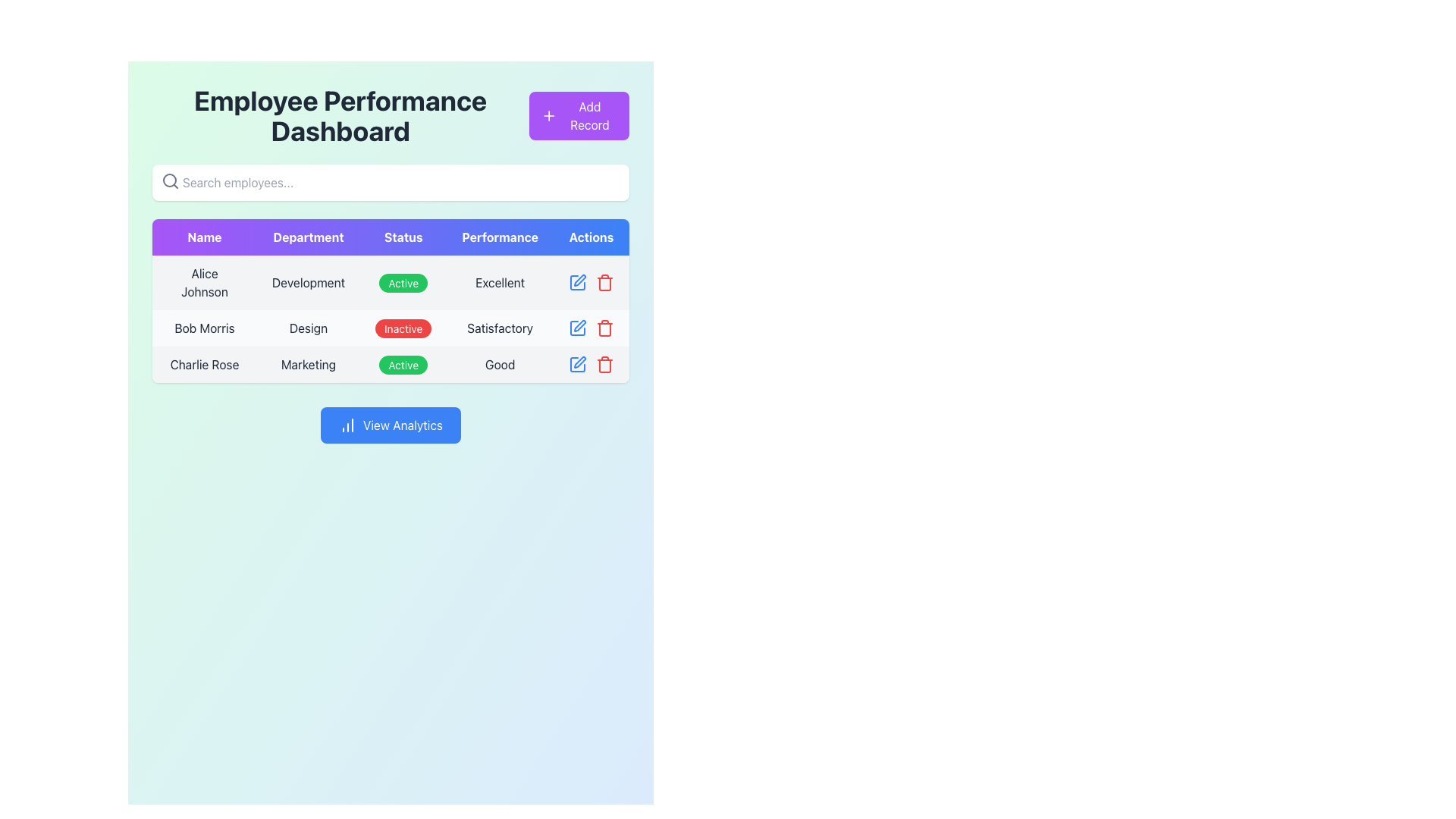 This screenshot has height=819, width=1456. I want to click on the minimalistic square-shaped button in the 'Actions' column of the Employee Performance Dashboard for Charlie Rose, so click(577, 327).